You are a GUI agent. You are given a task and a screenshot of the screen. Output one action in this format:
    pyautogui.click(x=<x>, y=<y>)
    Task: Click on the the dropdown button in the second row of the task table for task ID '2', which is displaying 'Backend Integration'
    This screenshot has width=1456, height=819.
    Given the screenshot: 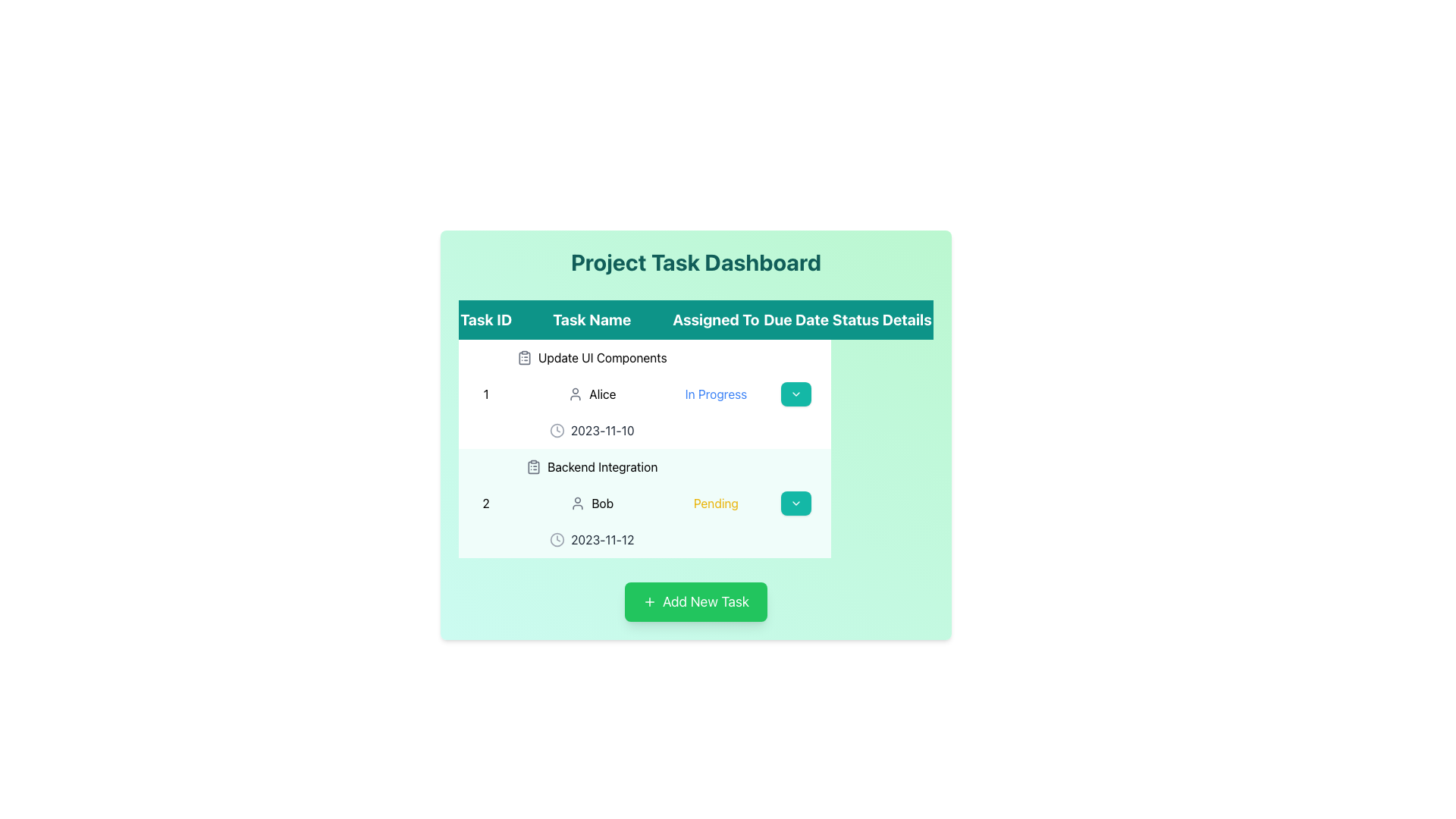 What is the action you would take?
    pyautogui.click(x=695, y=447)
    